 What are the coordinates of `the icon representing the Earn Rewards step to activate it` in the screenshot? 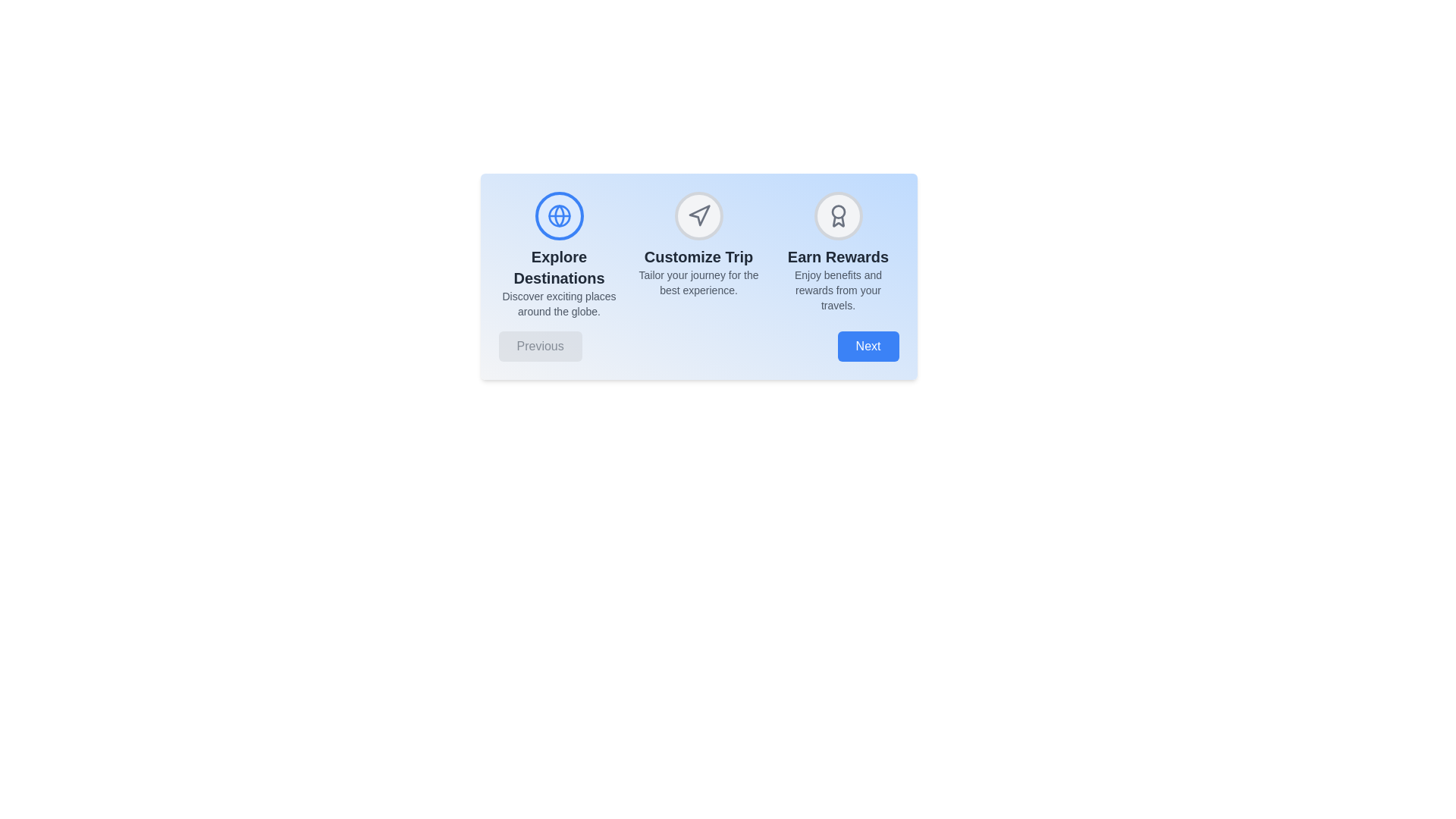 It's located at (837, 216).